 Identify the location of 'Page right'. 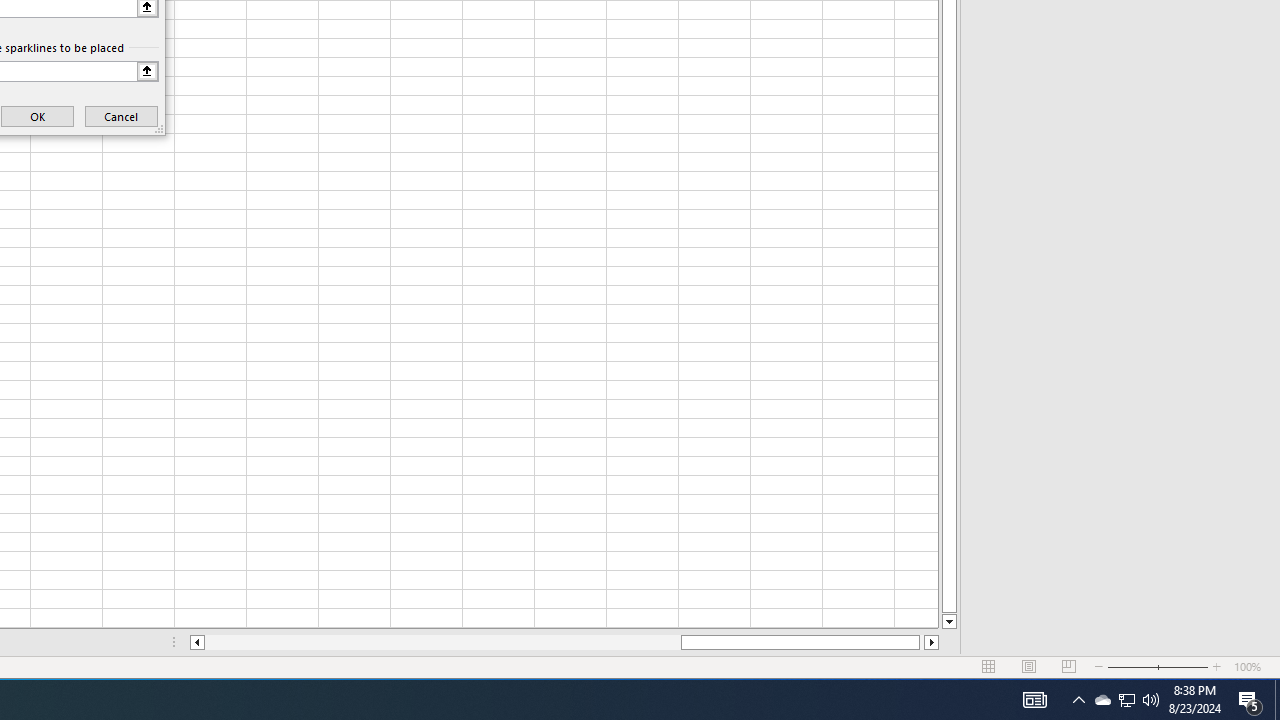
(921, 642).